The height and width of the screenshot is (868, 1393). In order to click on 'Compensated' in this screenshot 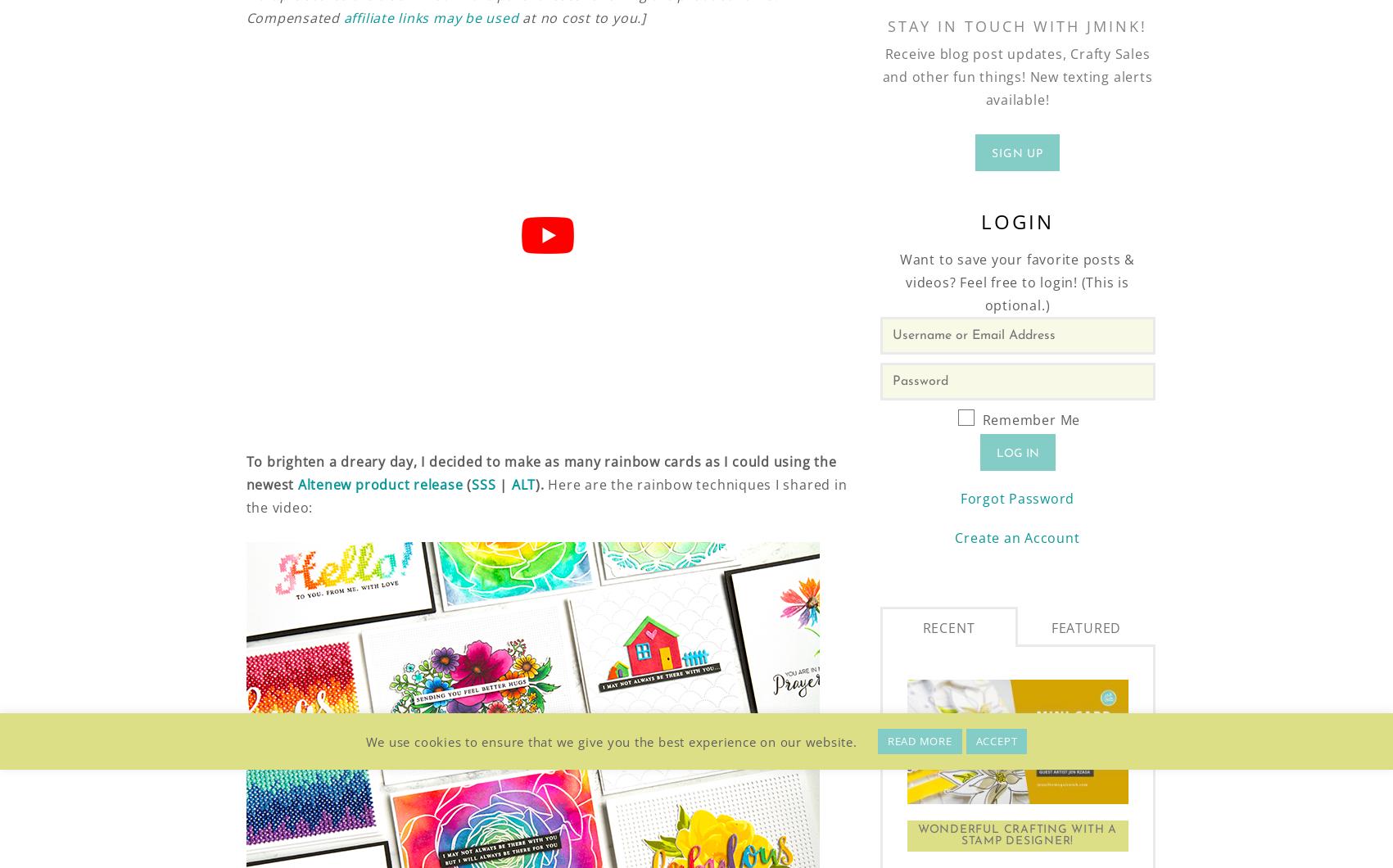, I will do `click(246, 18)`.